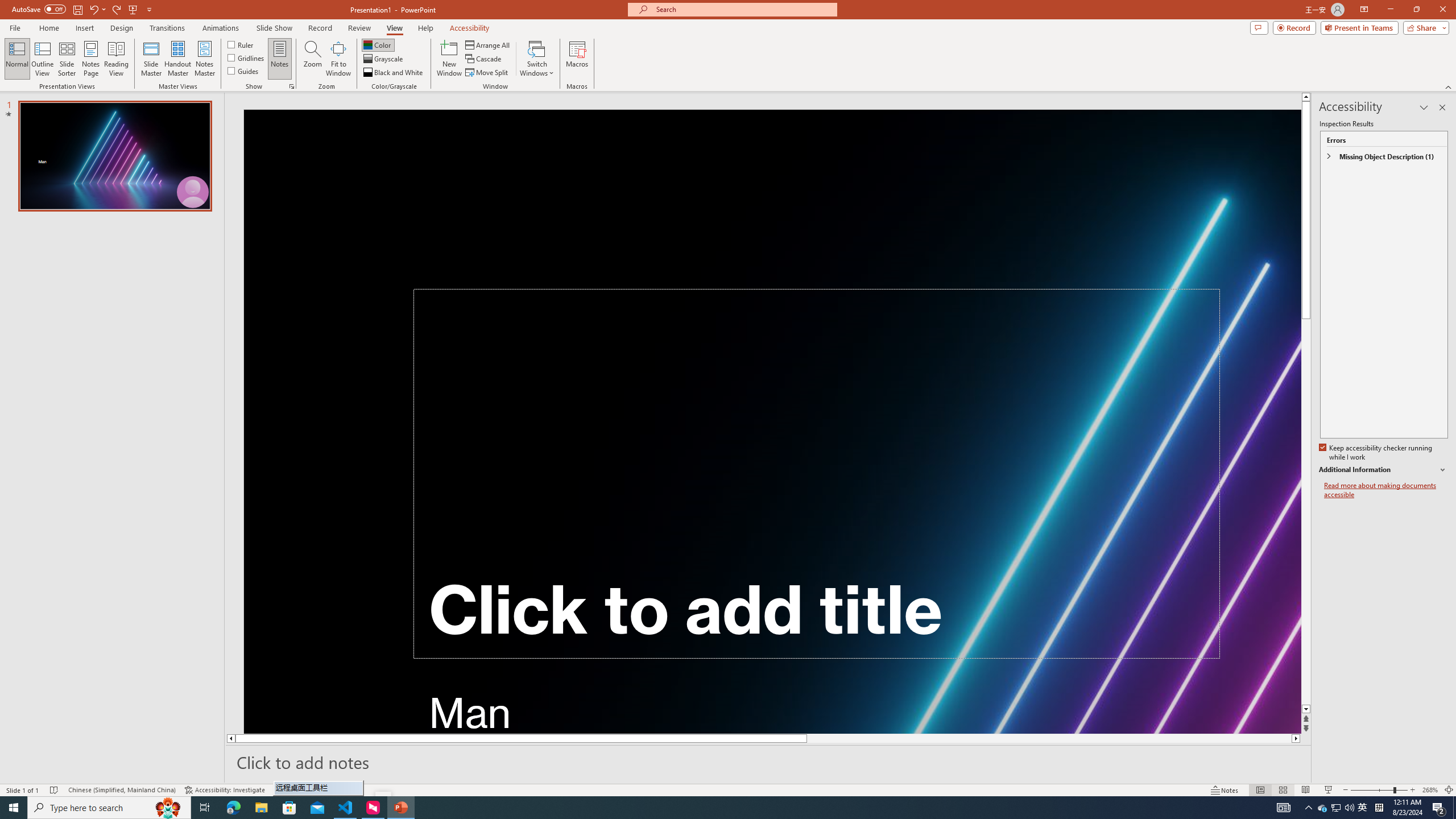 The image size is (1456, 819). What do you see at coordinates (338, 59) in the screenshot?
I see `'Fit to Window'` at bounding box center [338, 59].